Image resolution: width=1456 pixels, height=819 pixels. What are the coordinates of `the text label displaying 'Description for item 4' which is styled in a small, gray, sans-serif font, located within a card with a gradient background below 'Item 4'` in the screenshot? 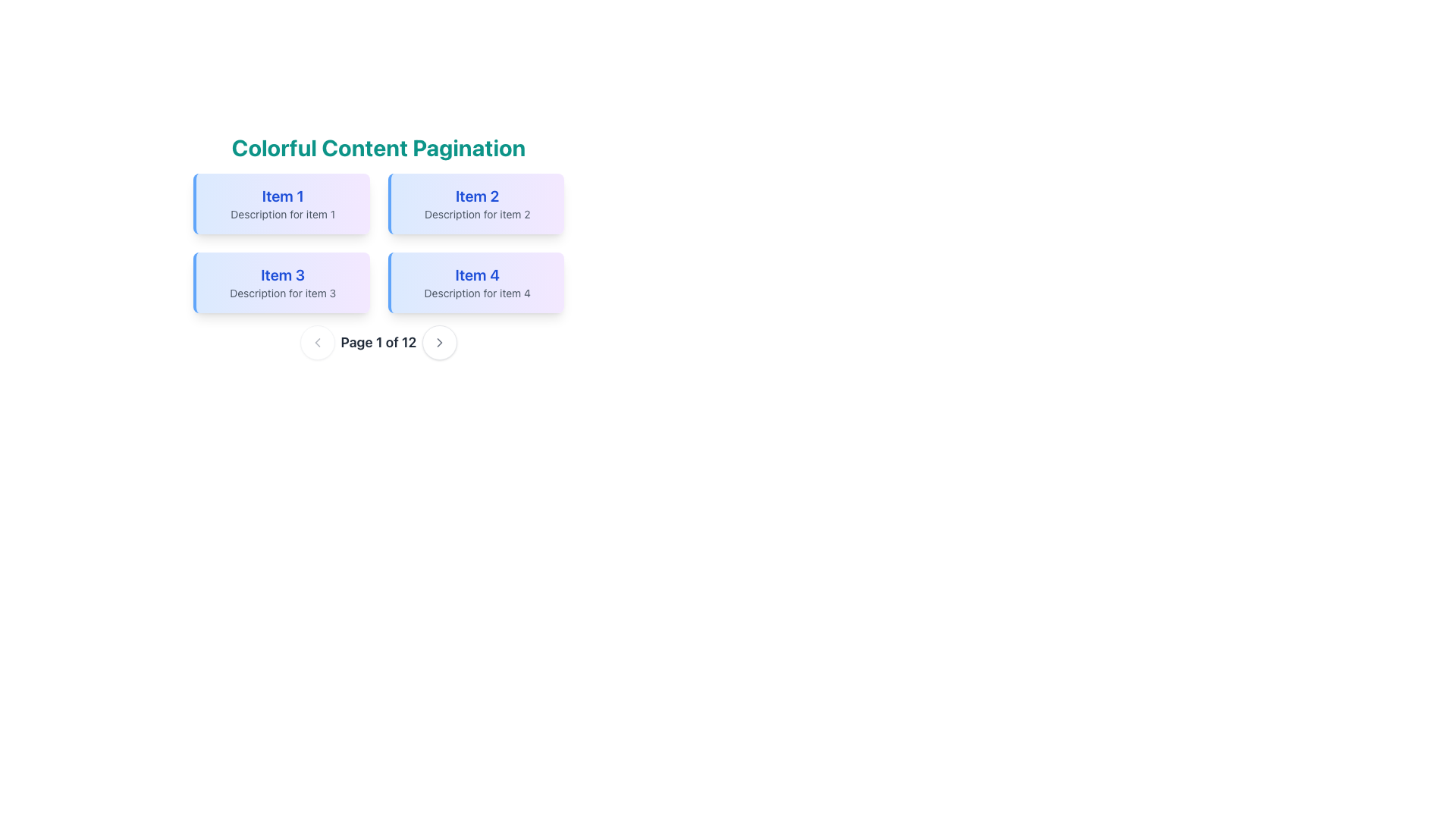 It's located at (476, 293).